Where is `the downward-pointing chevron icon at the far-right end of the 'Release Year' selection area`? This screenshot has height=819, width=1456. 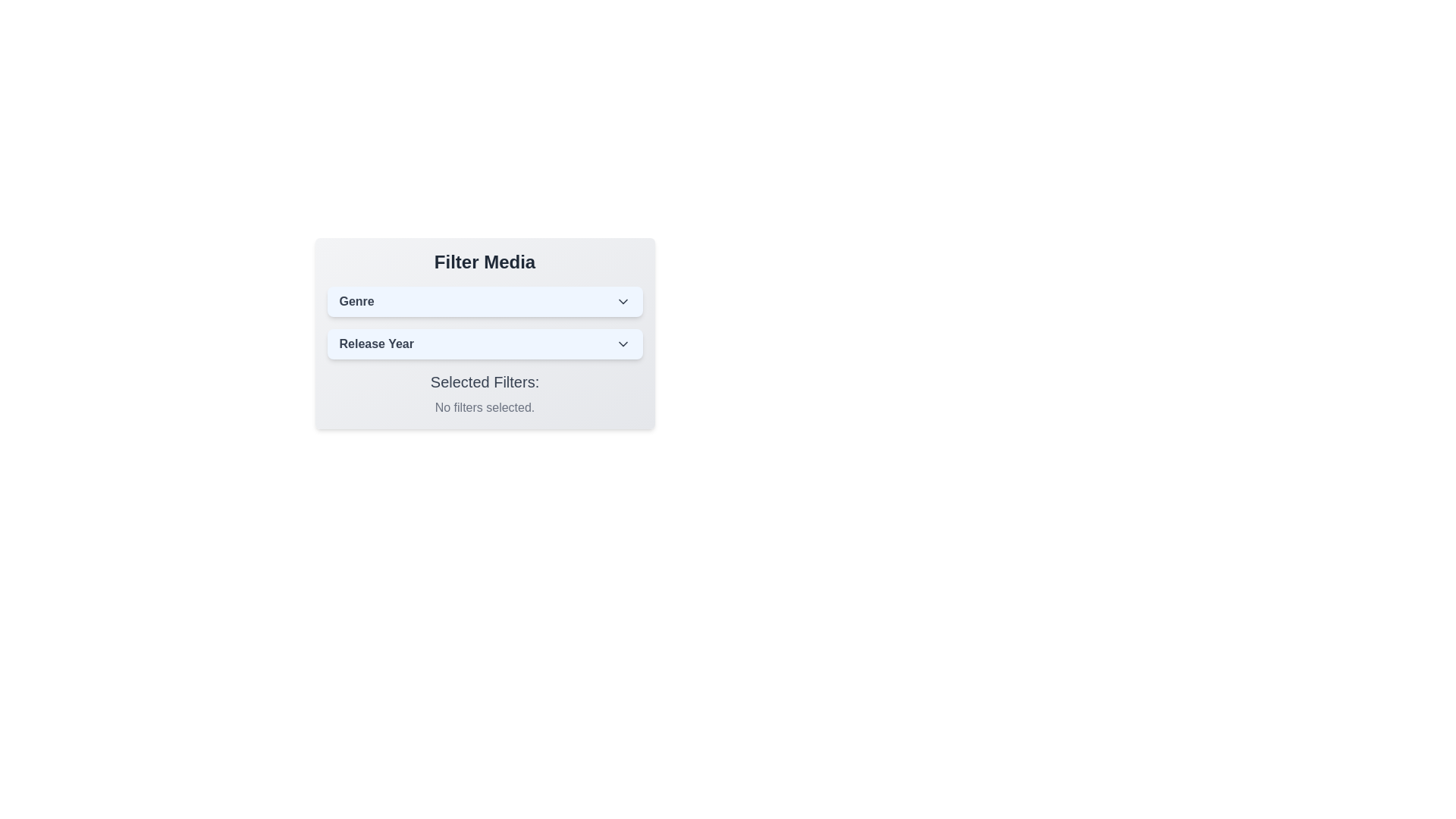
the downward-pointing chevron icon at the far-right end of the 'Release Year' selection area is located at coordinates (623, 344).